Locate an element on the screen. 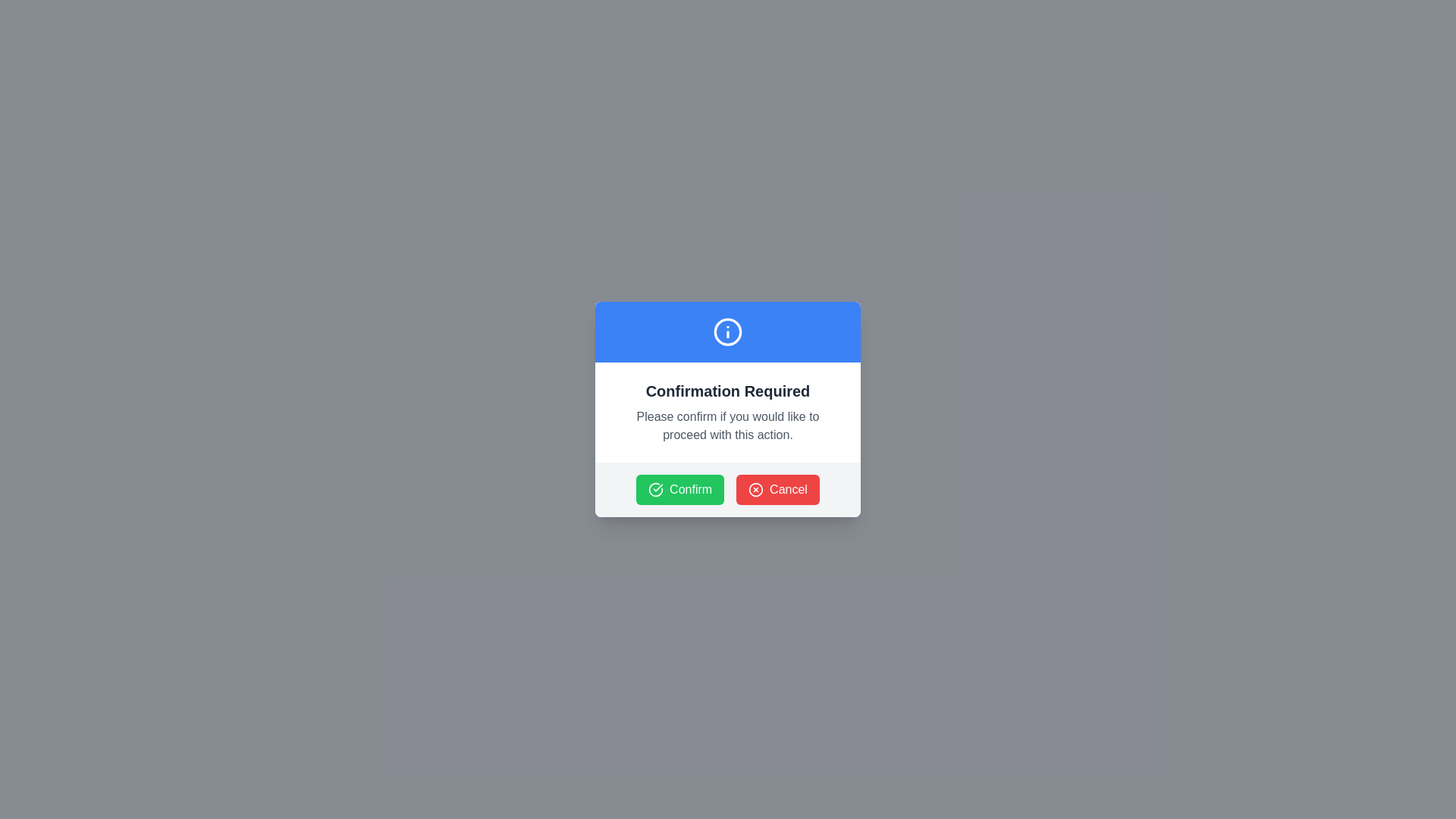  the icon located in the blue header of the modal window, which is above the title 'Confirmation Required' and the action buttons is located at coordinates (728, 331).